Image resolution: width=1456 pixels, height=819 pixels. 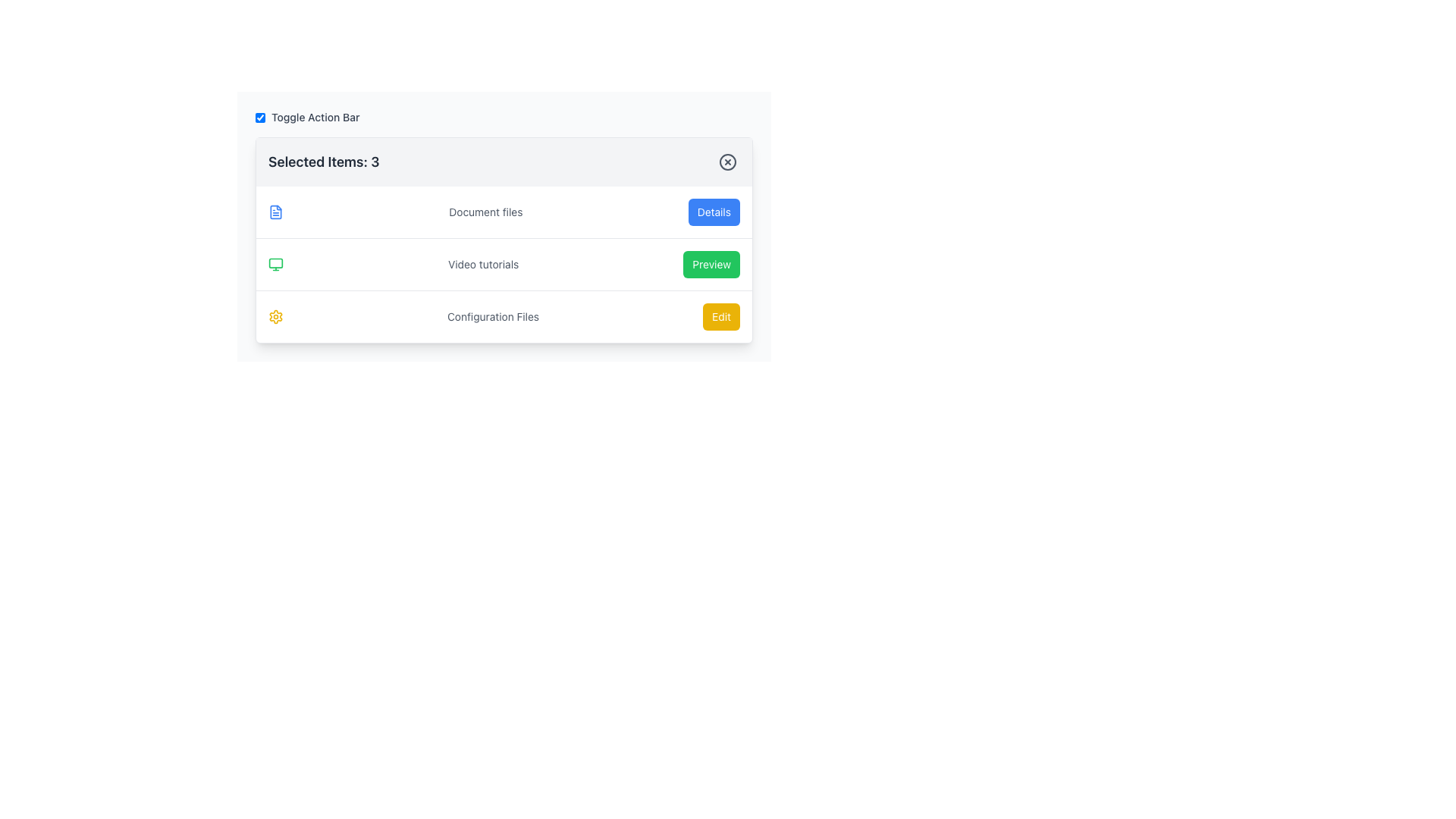 I want to click on the 'Configuration Files' text label, so click(x=493, y=315).